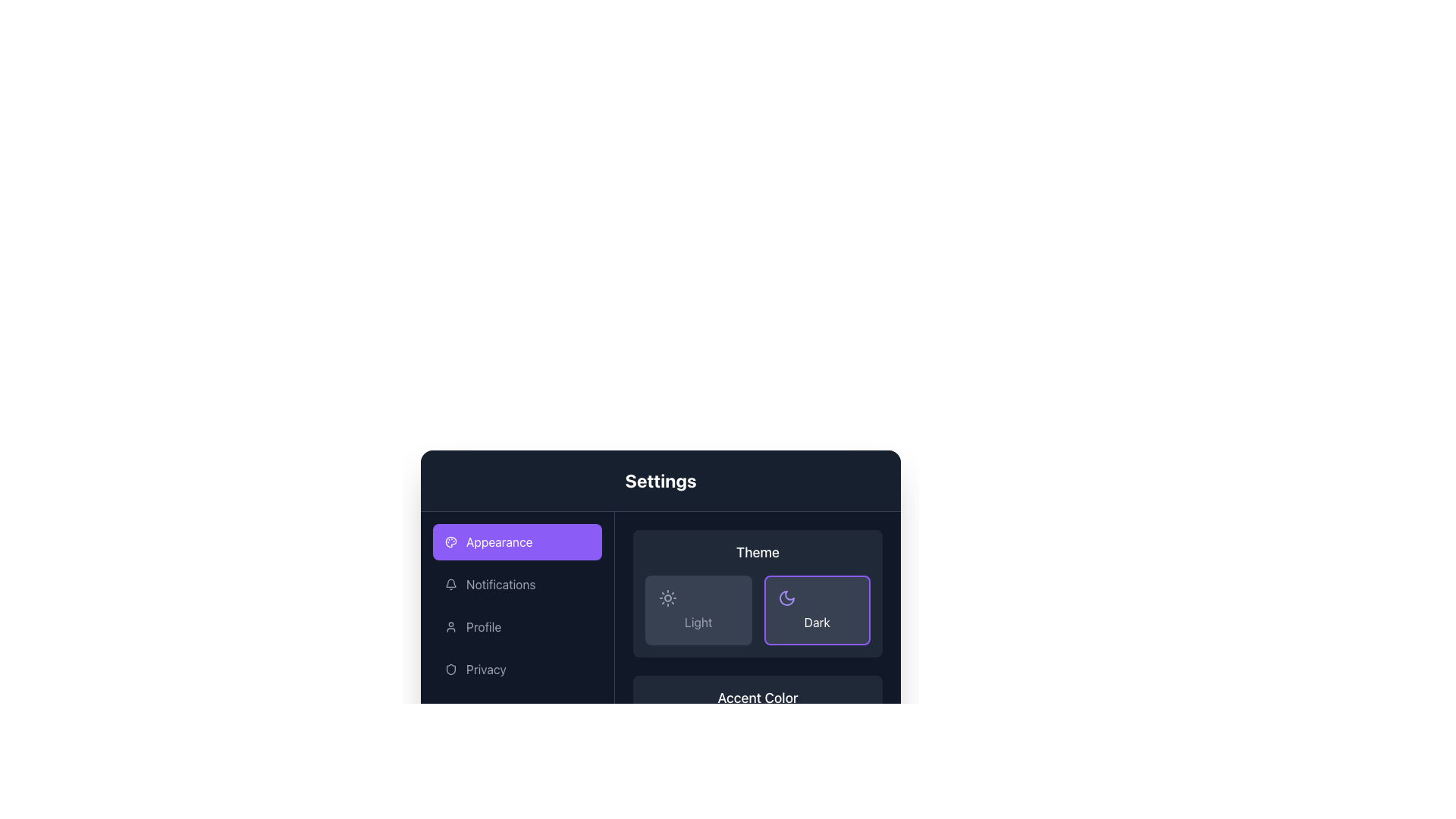 This screenshot has height=819, width=1456. I want to click on the second button under the 'Theme' label, so click(816, 610).